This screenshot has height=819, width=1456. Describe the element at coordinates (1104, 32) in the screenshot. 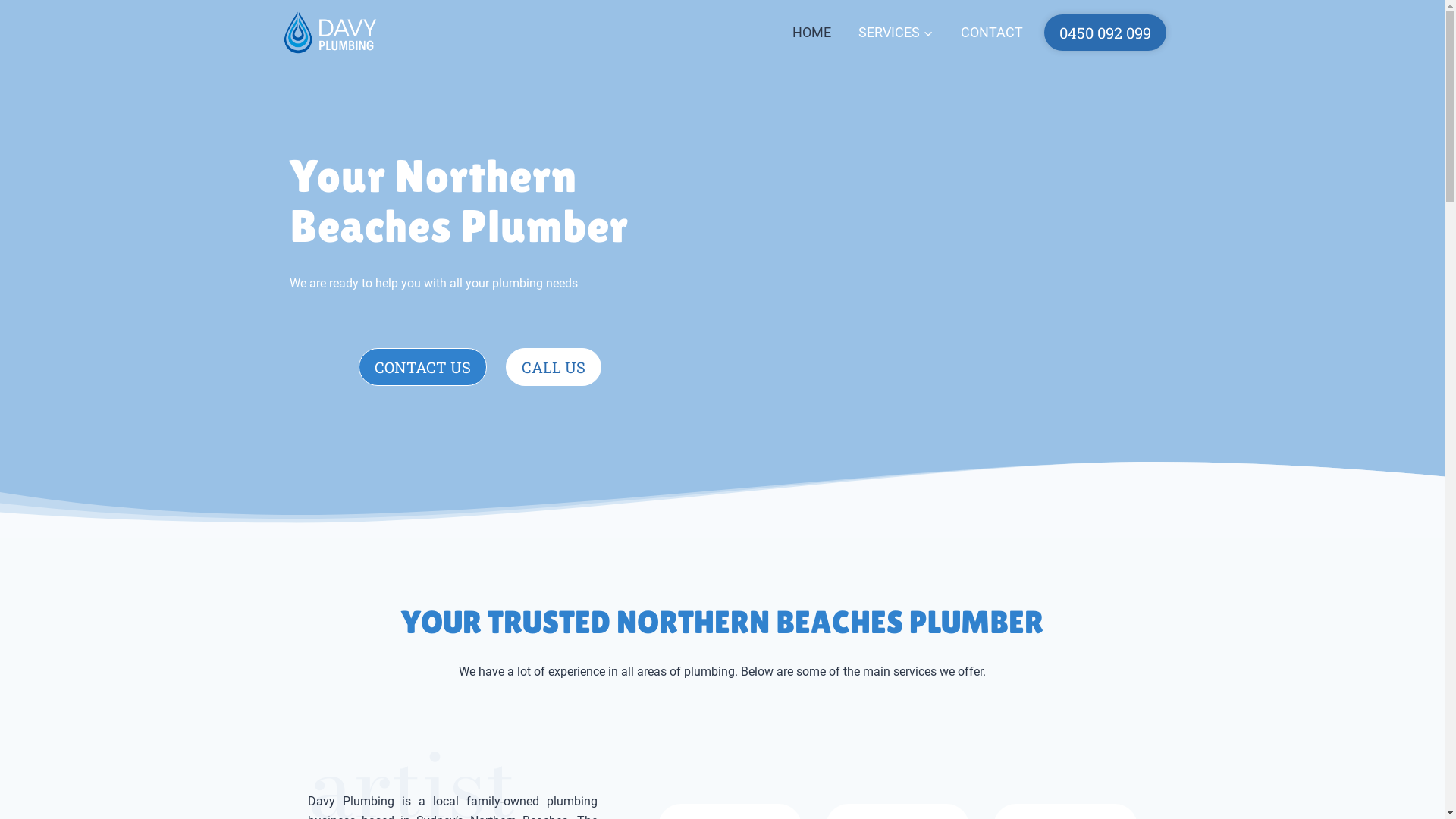

I see `'0450 092 099'` at that location.